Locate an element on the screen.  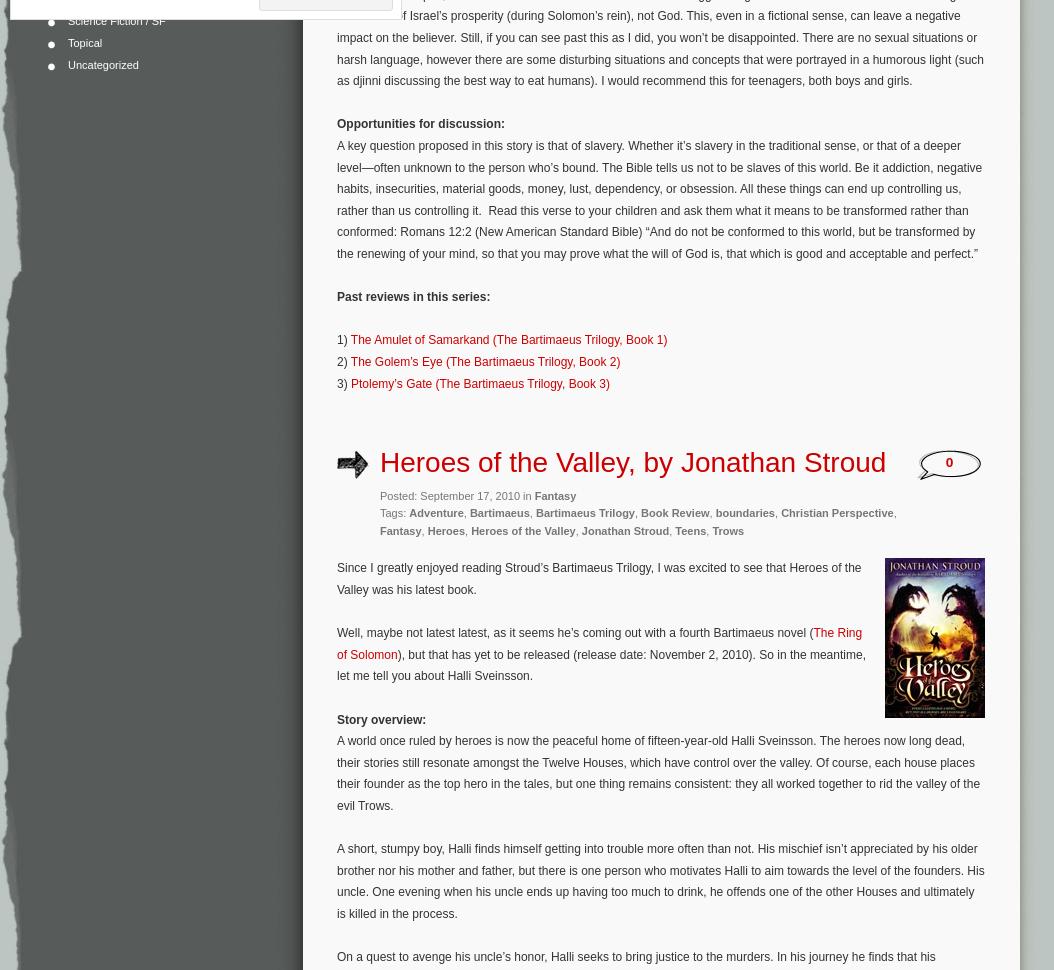
'Tags:' is located at coordinates (393, 513).